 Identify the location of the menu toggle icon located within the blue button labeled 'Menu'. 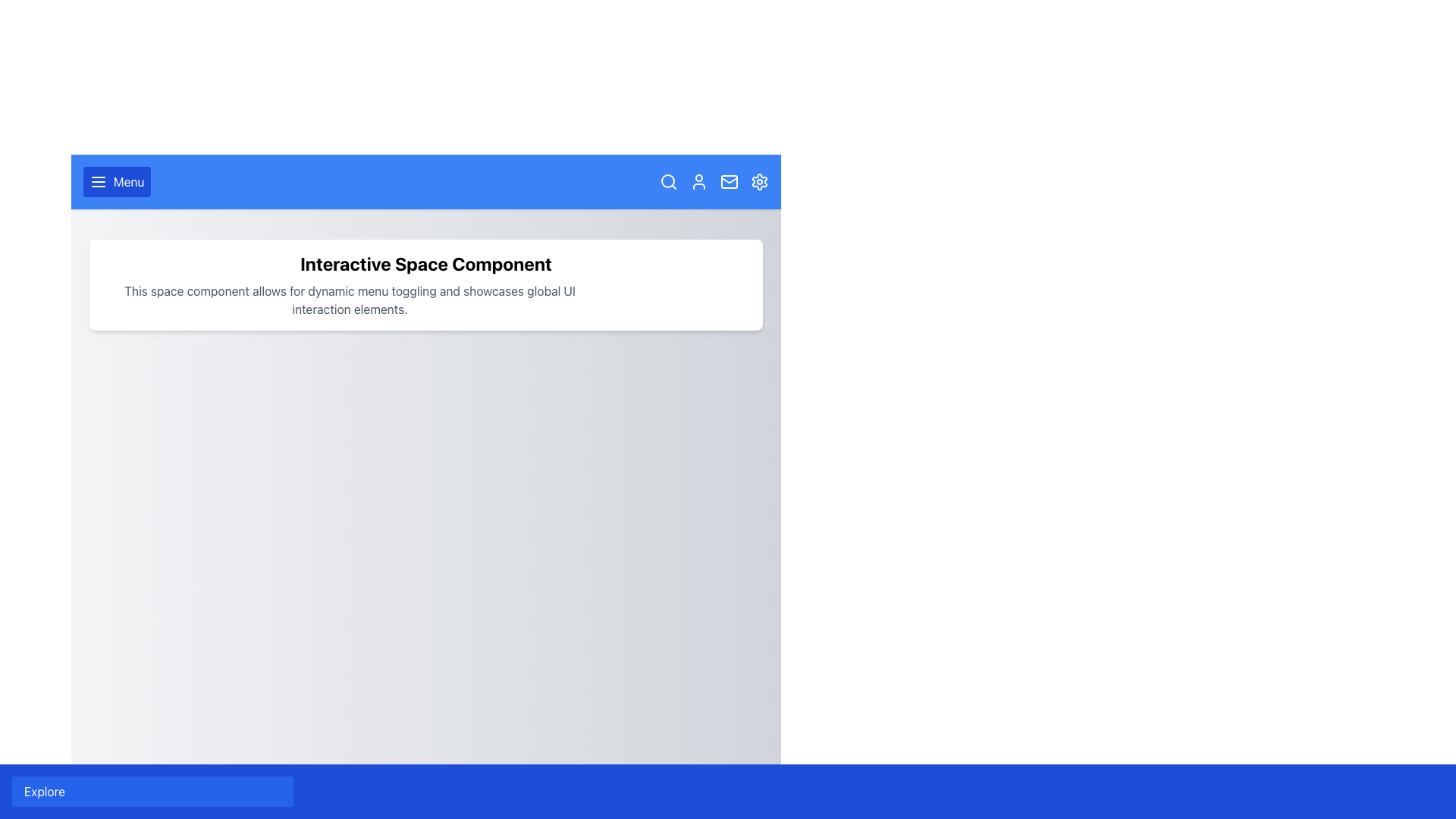
(97, 180).